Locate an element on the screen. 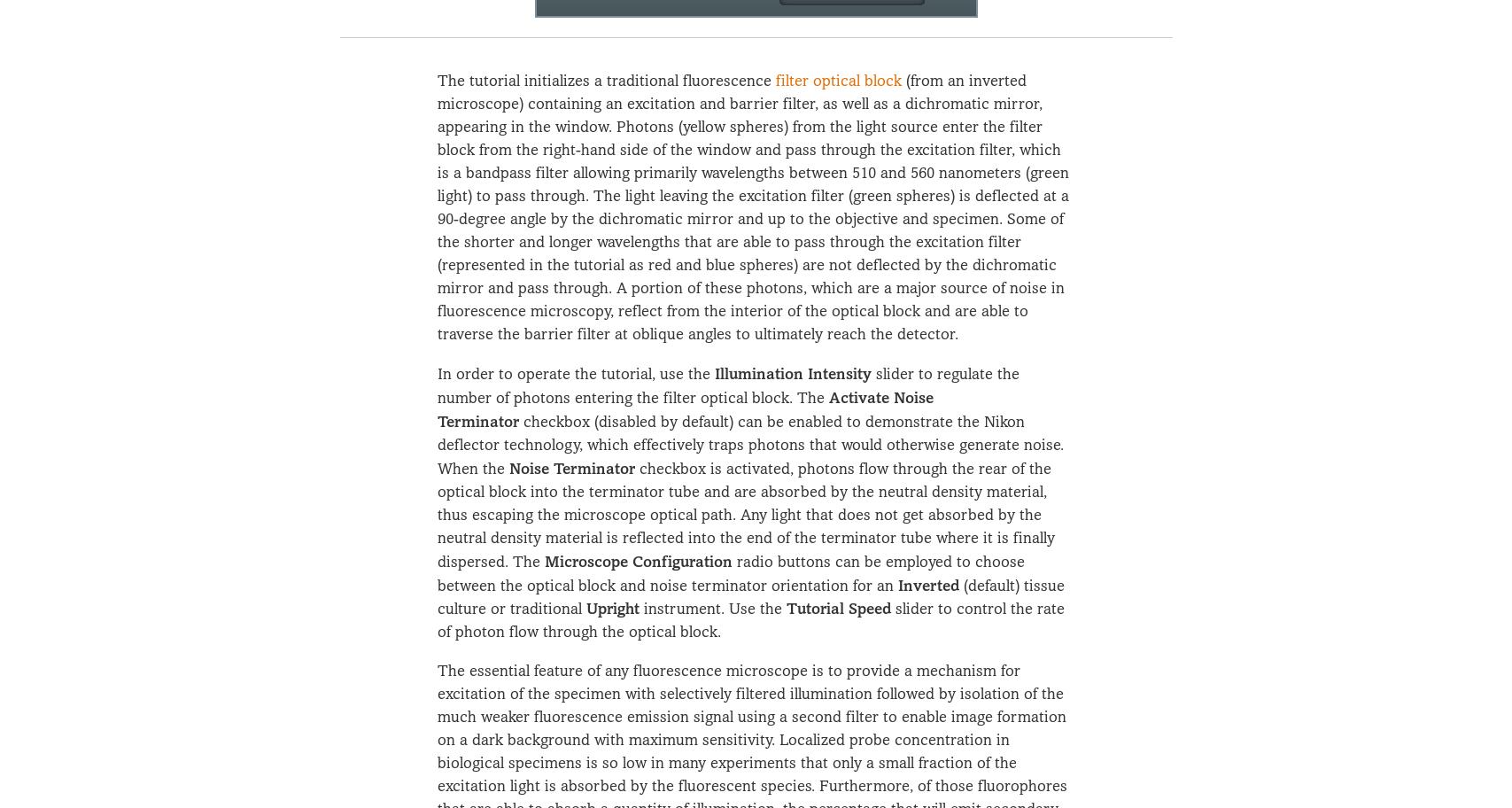  'Illumination Intensity' is located at coordinates (791, 371).